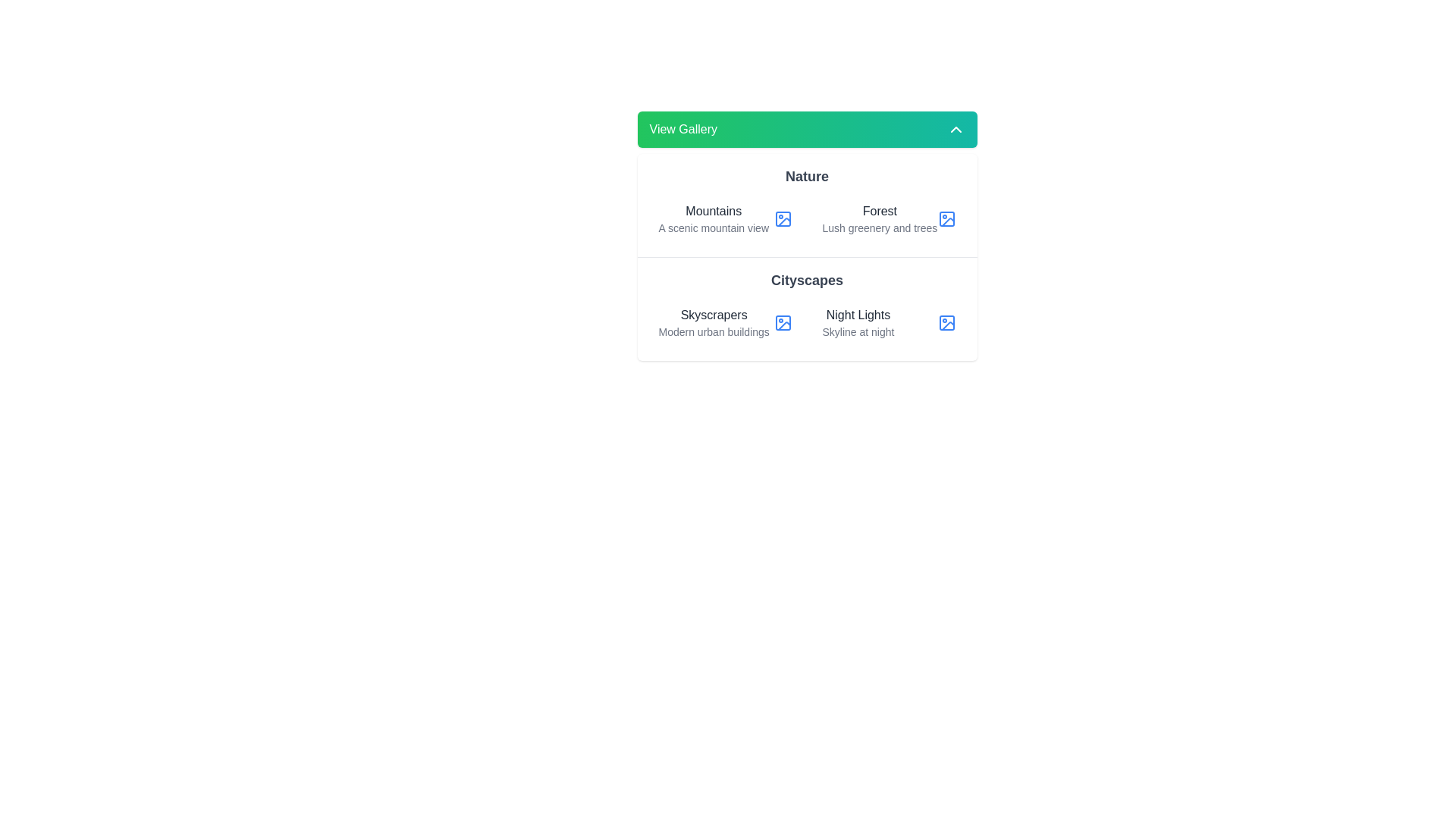 The width and height of the screenshot is (1456, 819). I want to click on the 'Mountains' text label in the 'Nature' section, which is positioned at the top-left corner above the description text 'A scenic mountain view', so click(713, 211).